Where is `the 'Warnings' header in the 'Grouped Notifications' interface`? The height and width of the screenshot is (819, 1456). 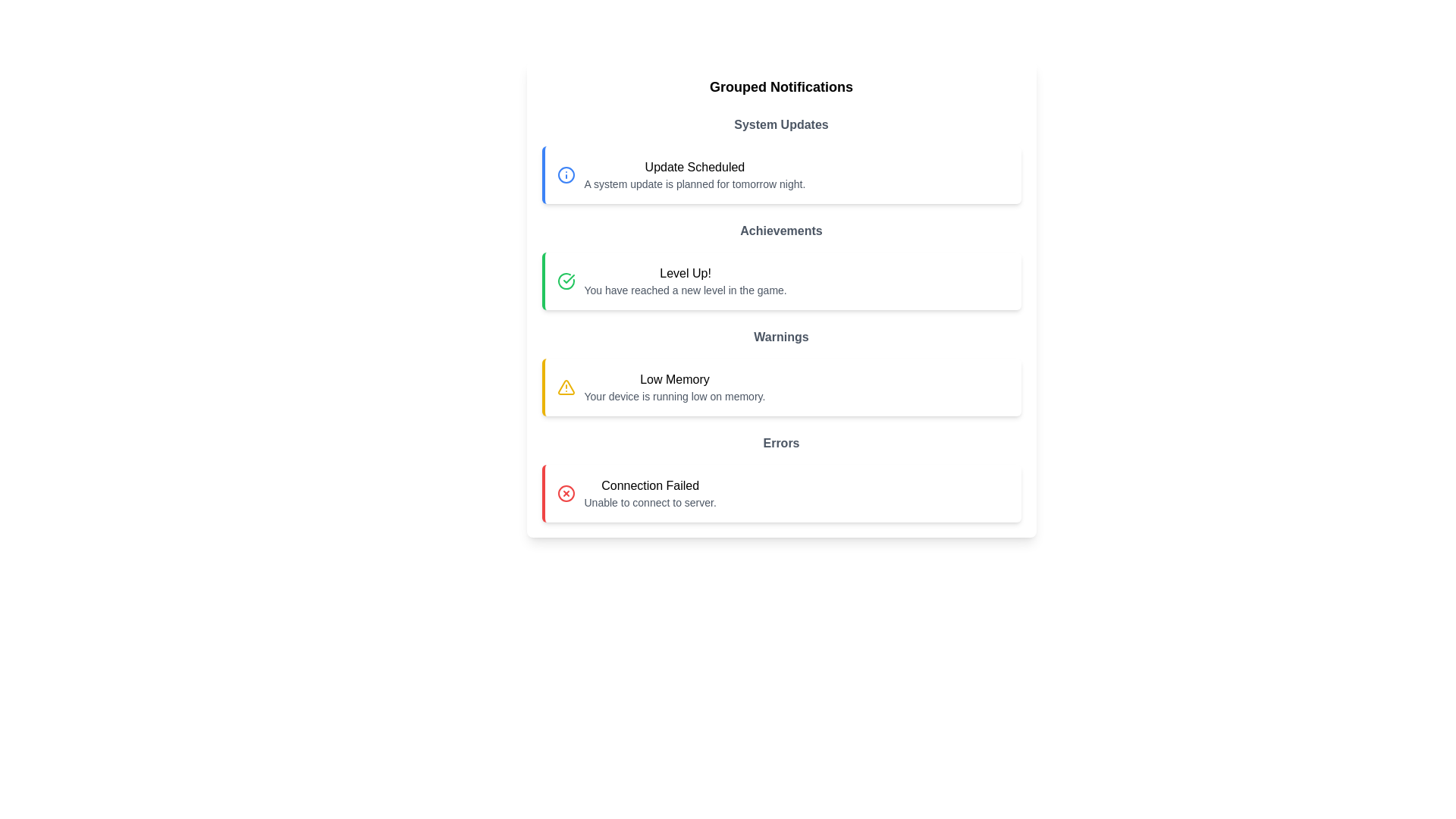
the 'Warnings' header in the 'Grouped Notifications' interface is located at coordinates (781, 336).